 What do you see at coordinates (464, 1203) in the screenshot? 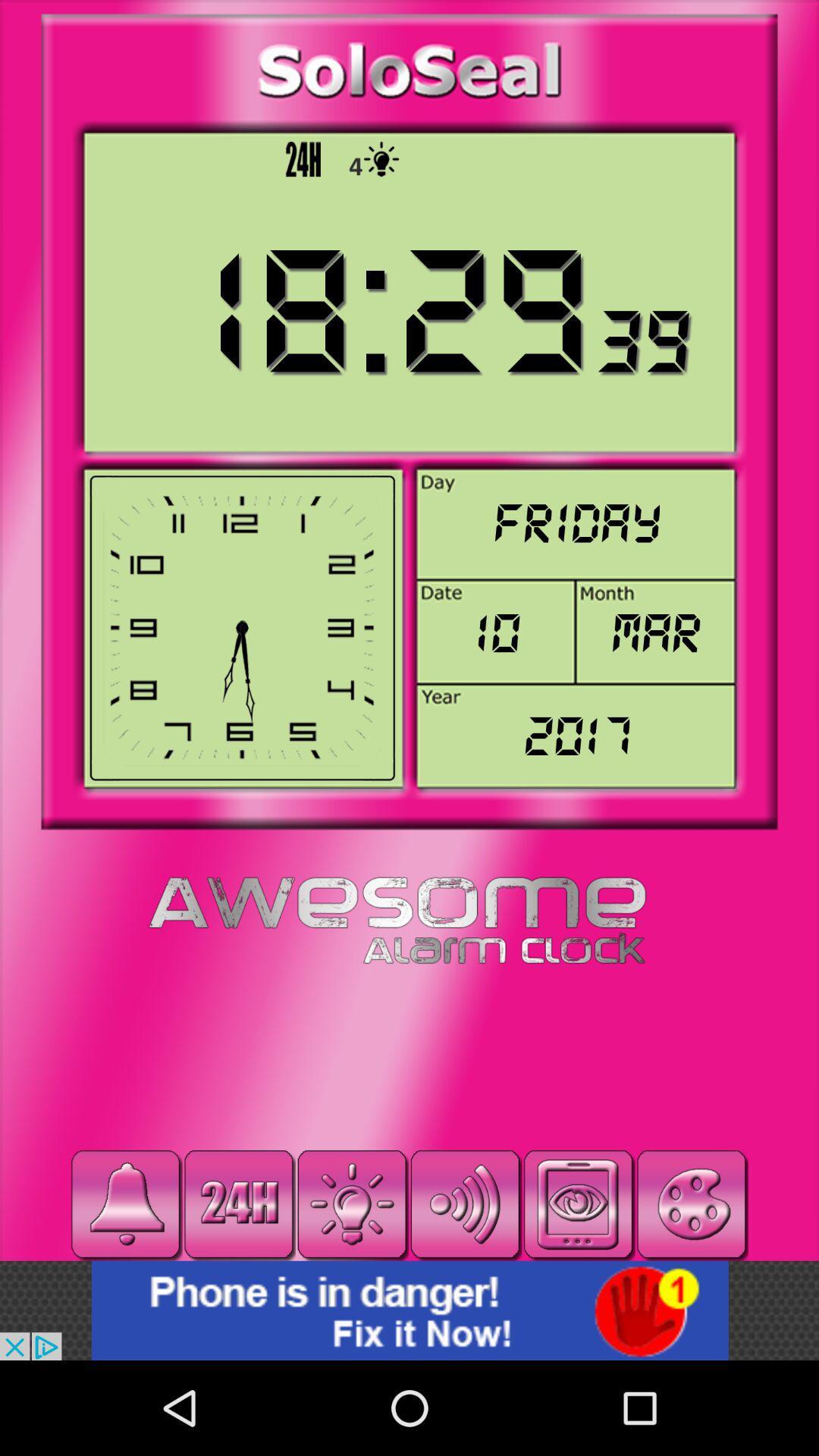
I see `wifi connection using` at bounding box center [464, 1203].